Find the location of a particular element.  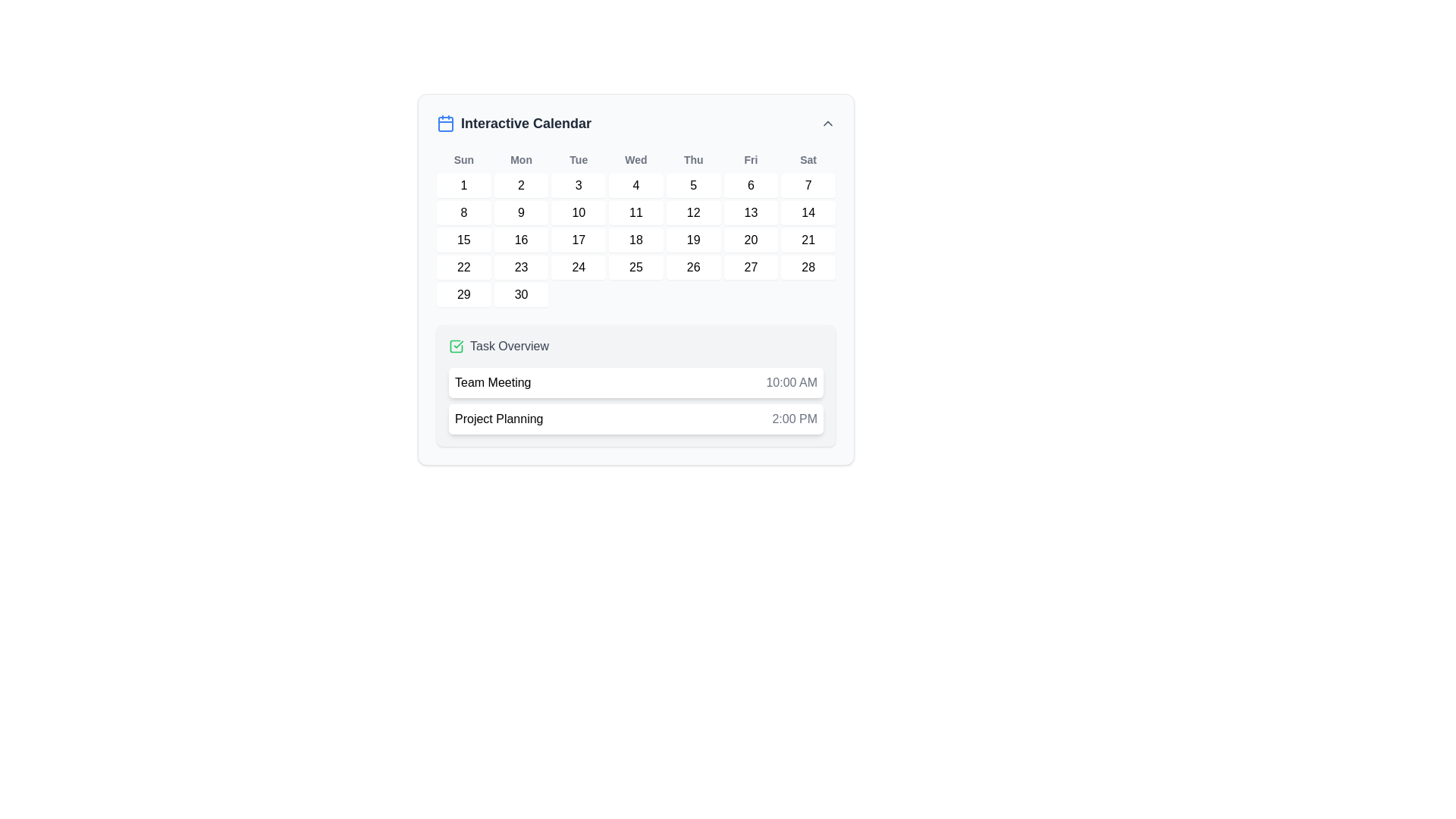

the date selection button displaying the number '25' in the interactive calendar is located at coordinates (636, 267).